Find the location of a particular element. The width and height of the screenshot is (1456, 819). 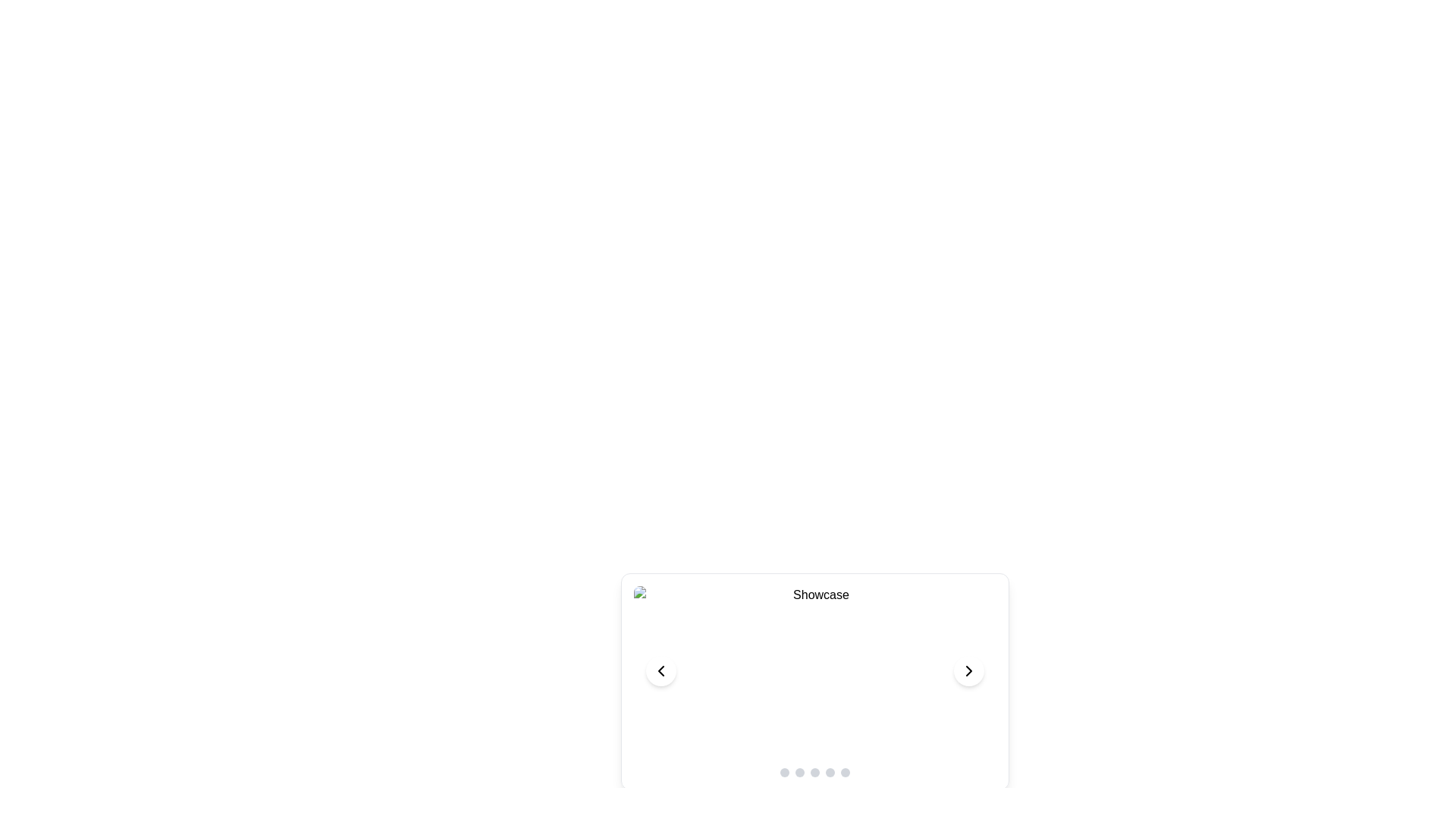

the first circular indicator dot in the navigation group below the 'Showcase' slideshow is located at coordinates (785, 772).